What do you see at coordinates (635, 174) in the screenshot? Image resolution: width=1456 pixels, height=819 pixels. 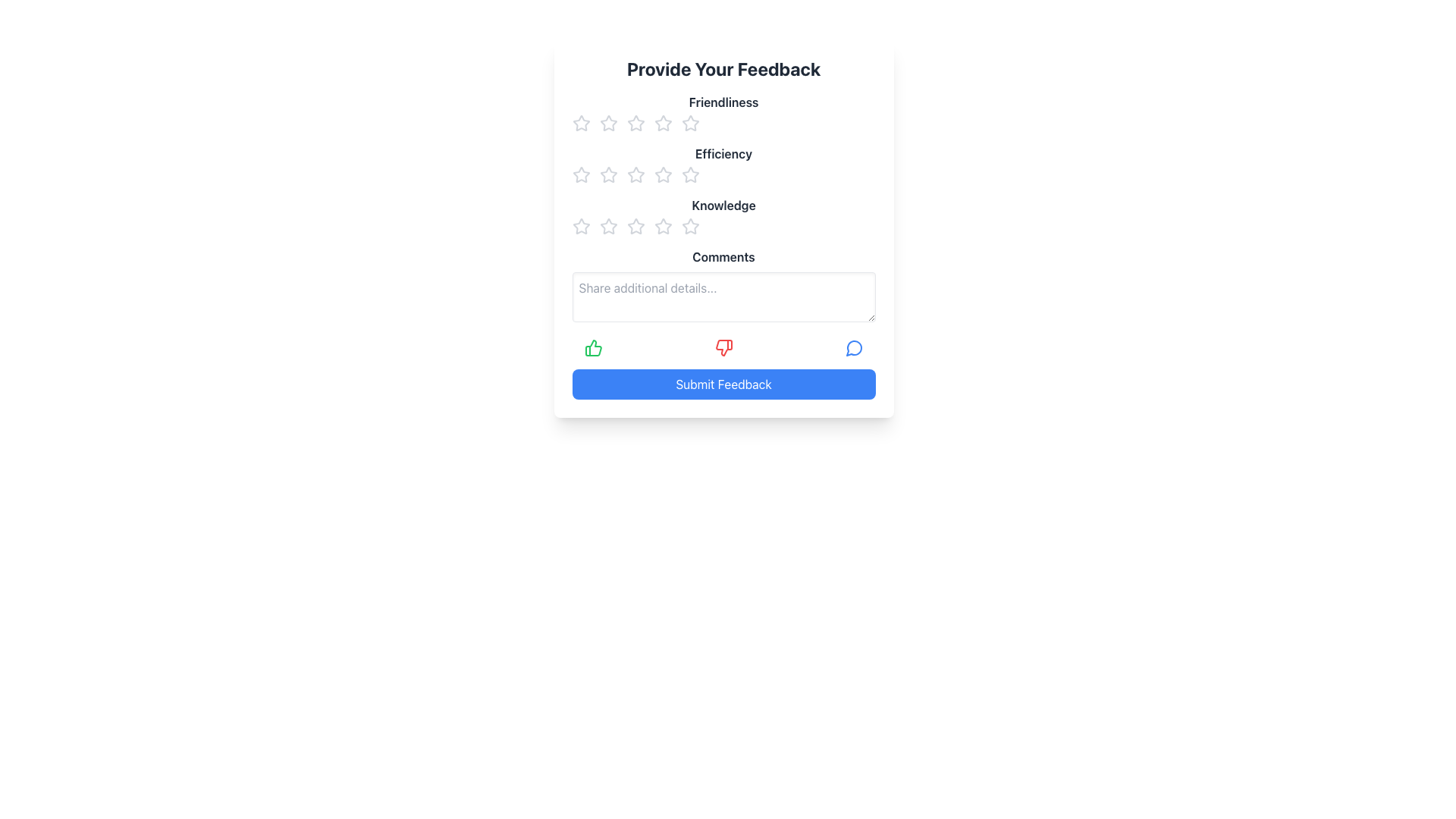 I see `the third star in the horizontal row of five stars for the 'Efficiency' rating` at bounding box center [635, 174].